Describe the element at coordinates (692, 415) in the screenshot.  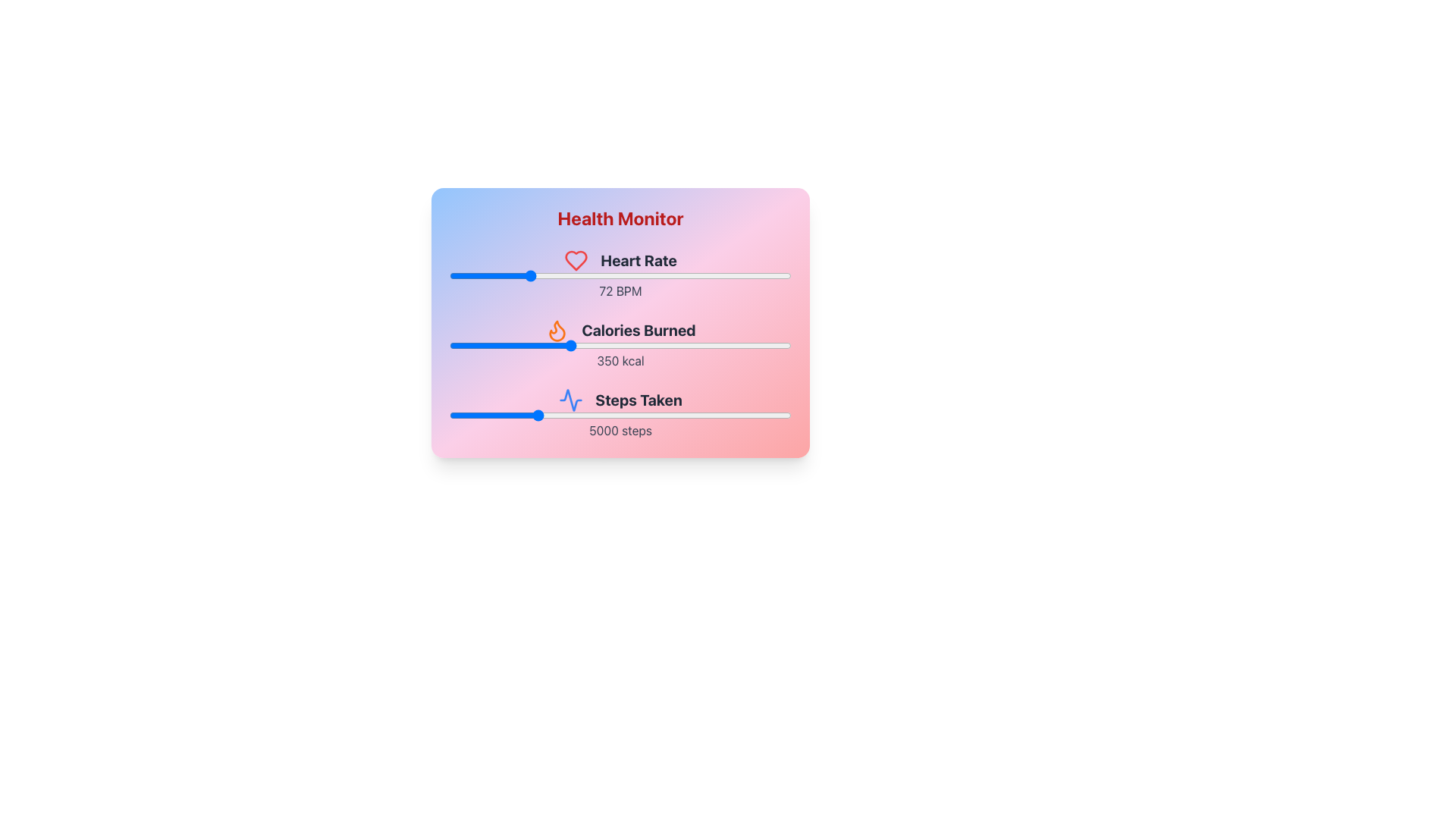
I see `the step count` at that location.